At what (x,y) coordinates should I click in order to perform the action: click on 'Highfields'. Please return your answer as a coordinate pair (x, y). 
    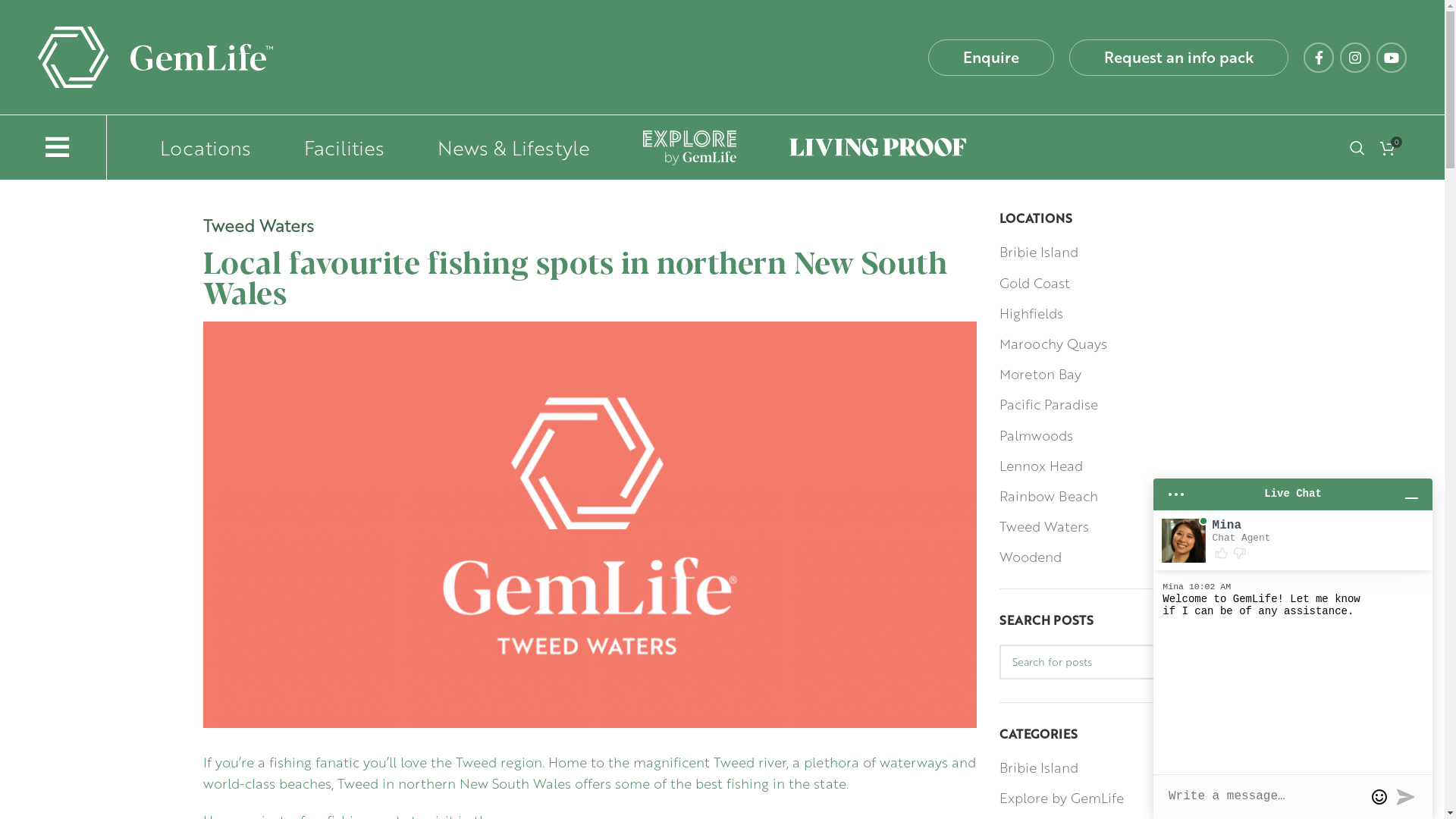
    Looking at the image, I should click on (1031, 312).